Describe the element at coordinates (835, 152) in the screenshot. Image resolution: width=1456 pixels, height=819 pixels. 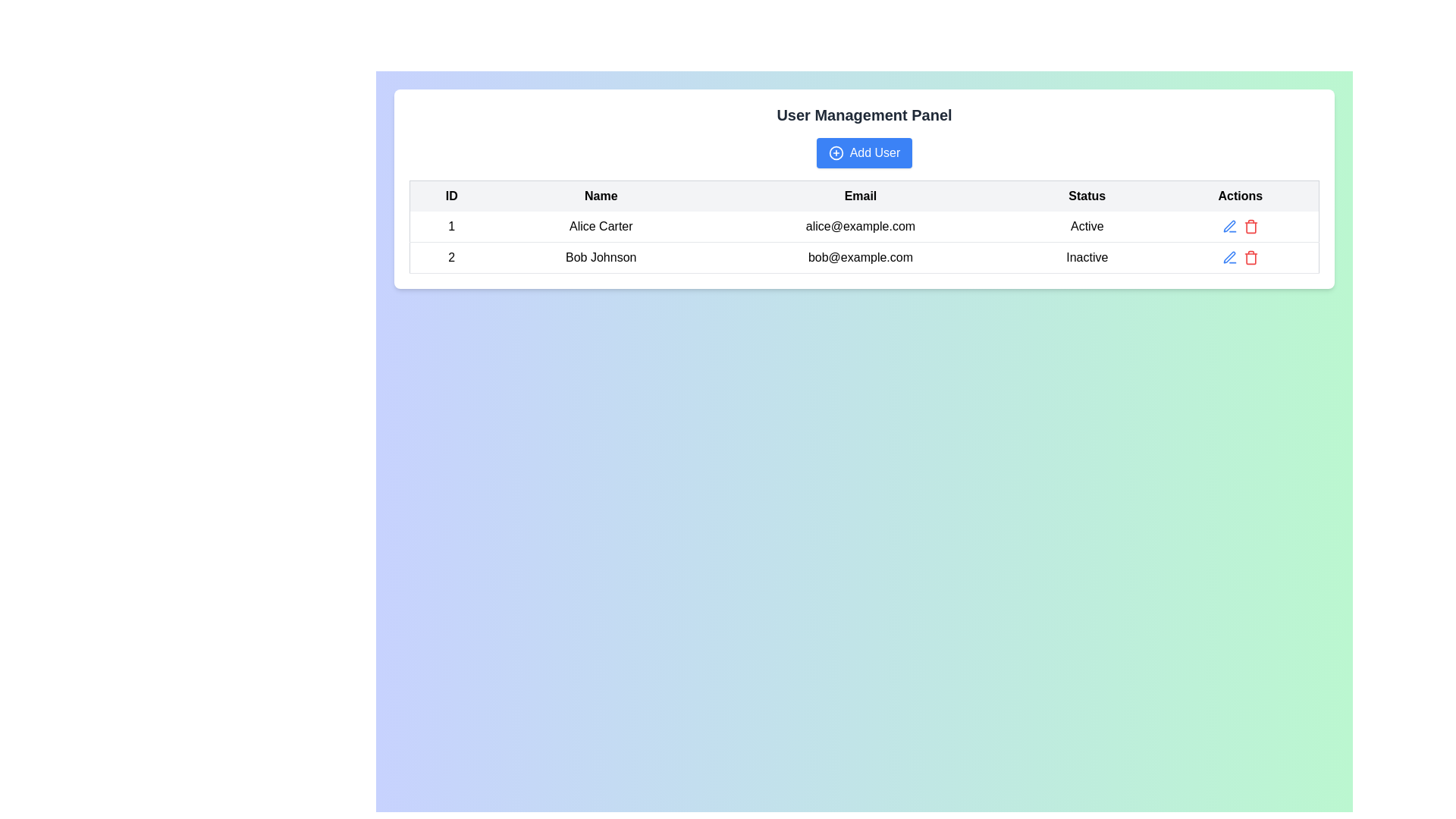
I see `the circular graphical element of the 'Add User' icon, which indicates an addition or creation action` at that location.